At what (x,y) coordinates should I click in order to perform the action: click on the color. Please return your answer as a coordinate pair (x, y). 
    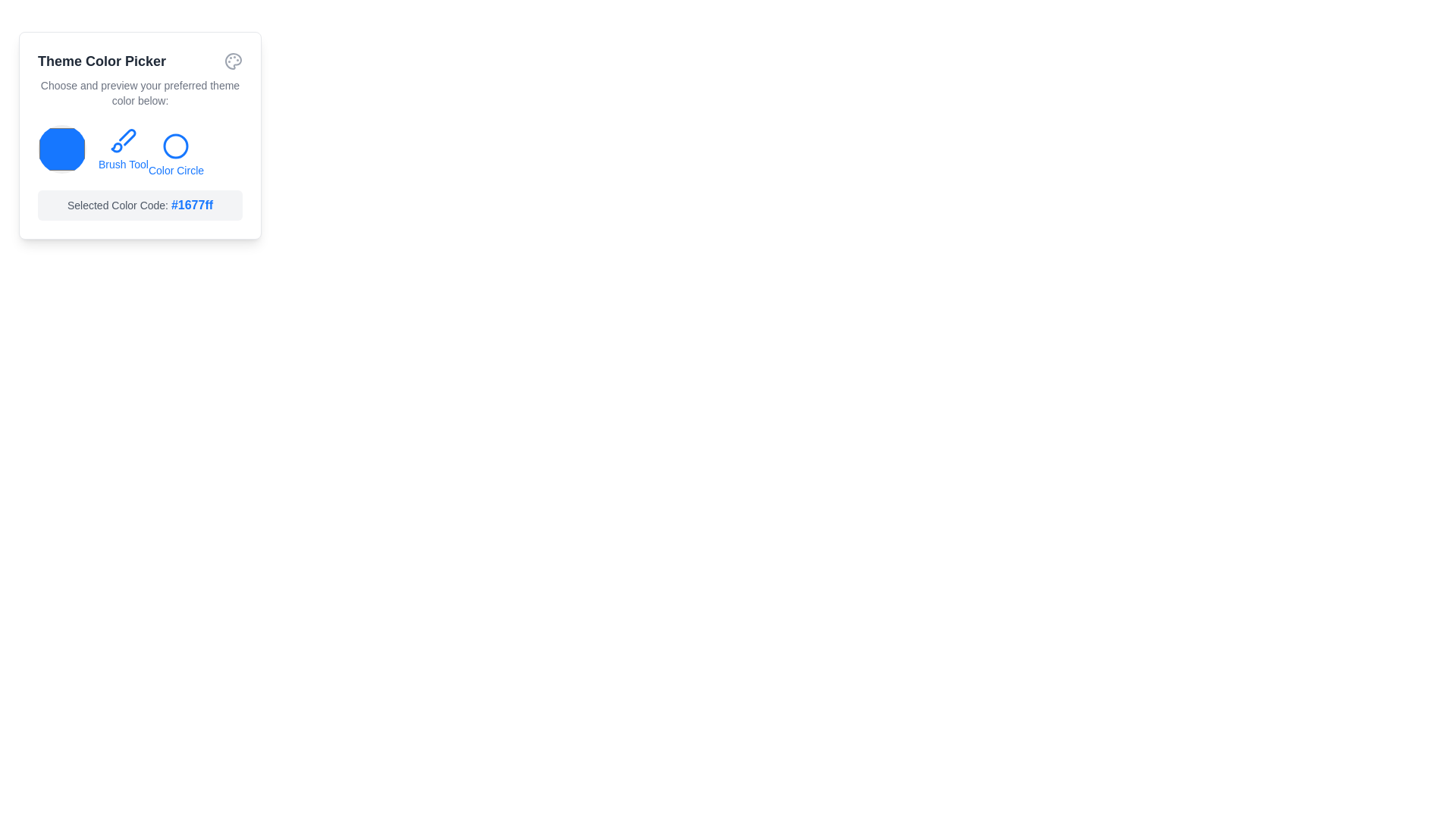
    Looking at the image, I should click on (61, 149).